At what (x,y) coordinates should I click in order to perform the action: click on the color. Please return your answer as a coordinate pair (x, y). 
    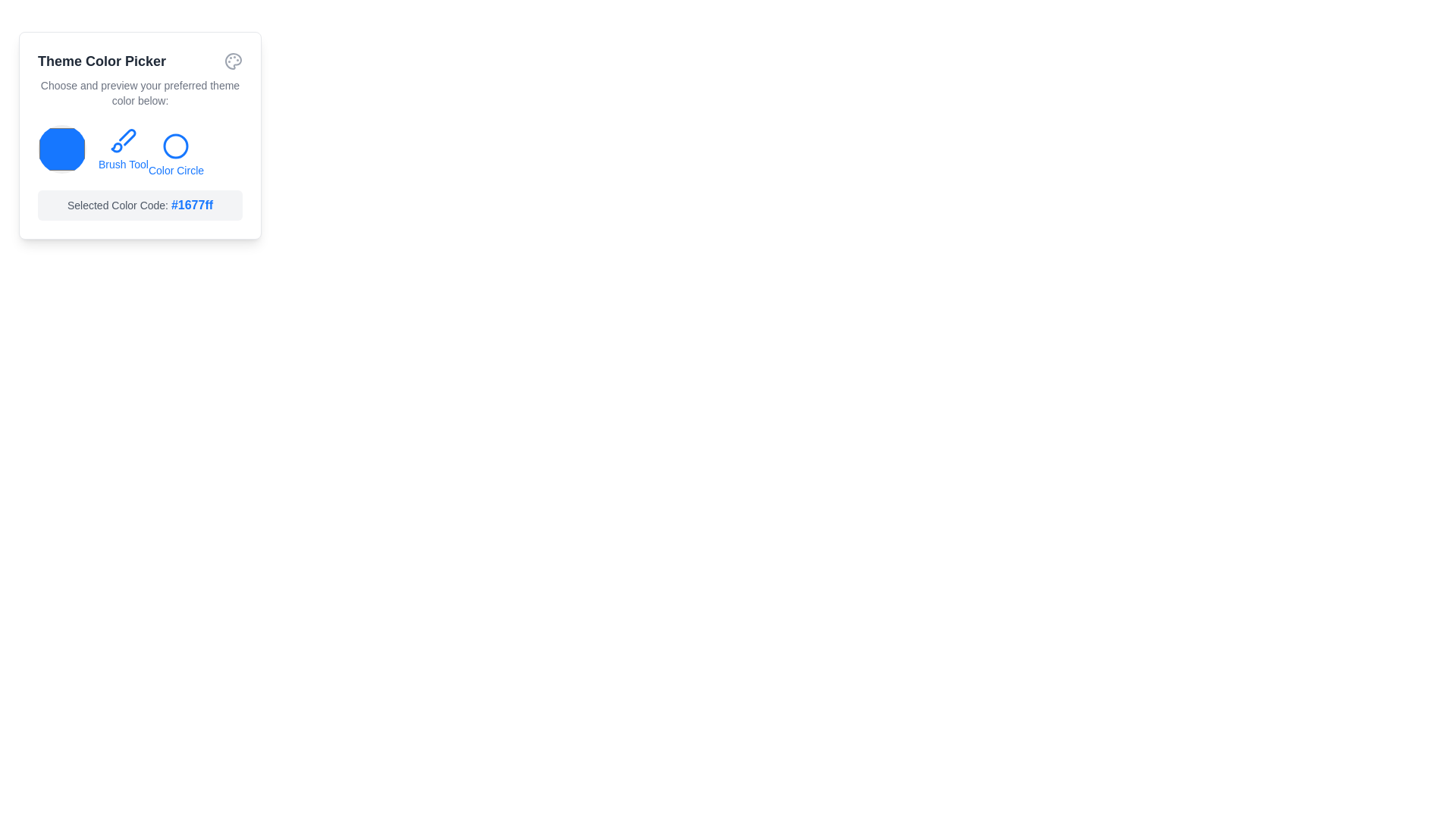
    Looking at the image, I should click on (61, 149).